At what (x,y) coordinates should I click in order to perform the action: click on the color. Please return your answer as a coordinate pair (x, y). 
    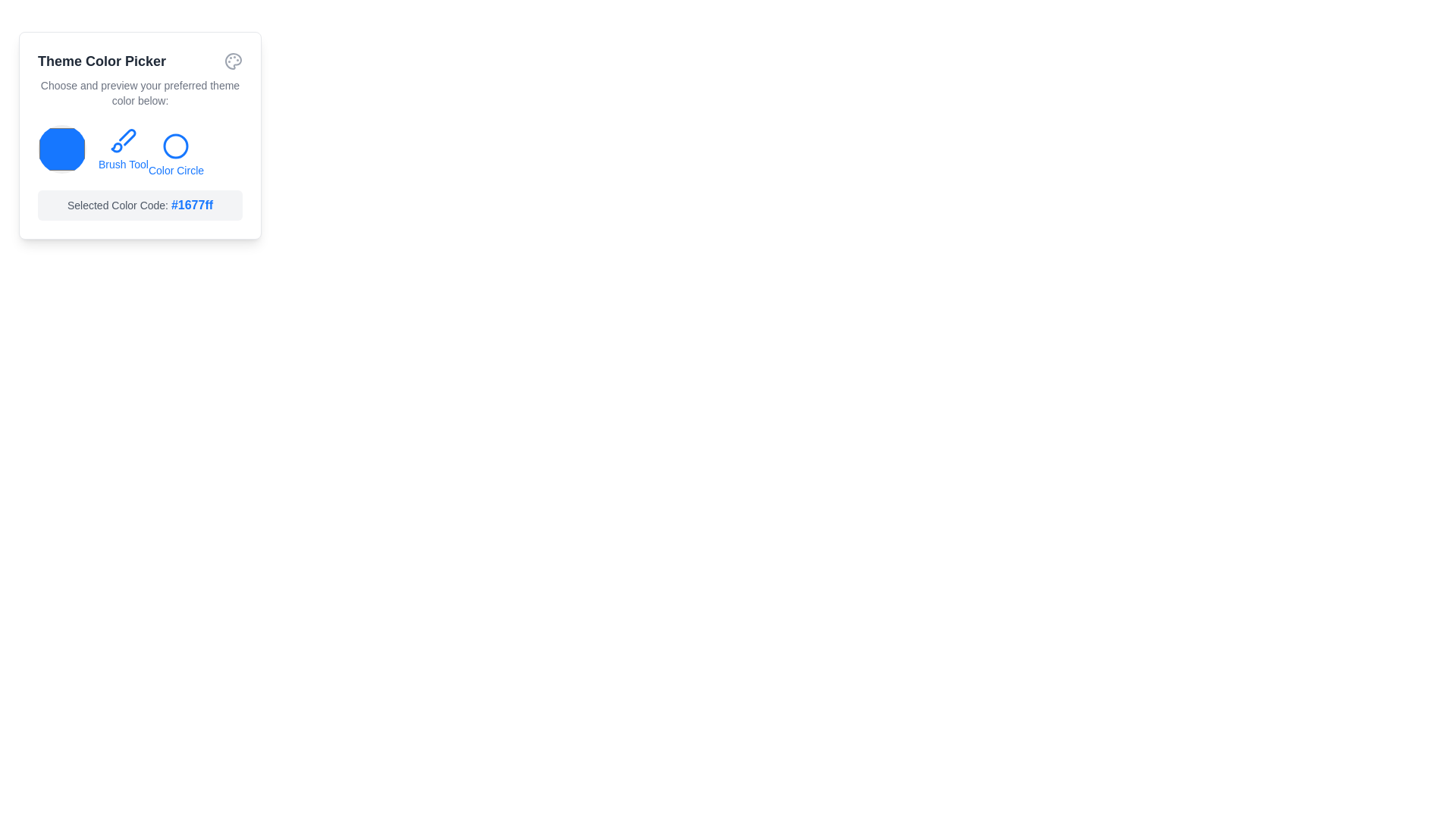
    Looking at the image, I should click on (61, 149).